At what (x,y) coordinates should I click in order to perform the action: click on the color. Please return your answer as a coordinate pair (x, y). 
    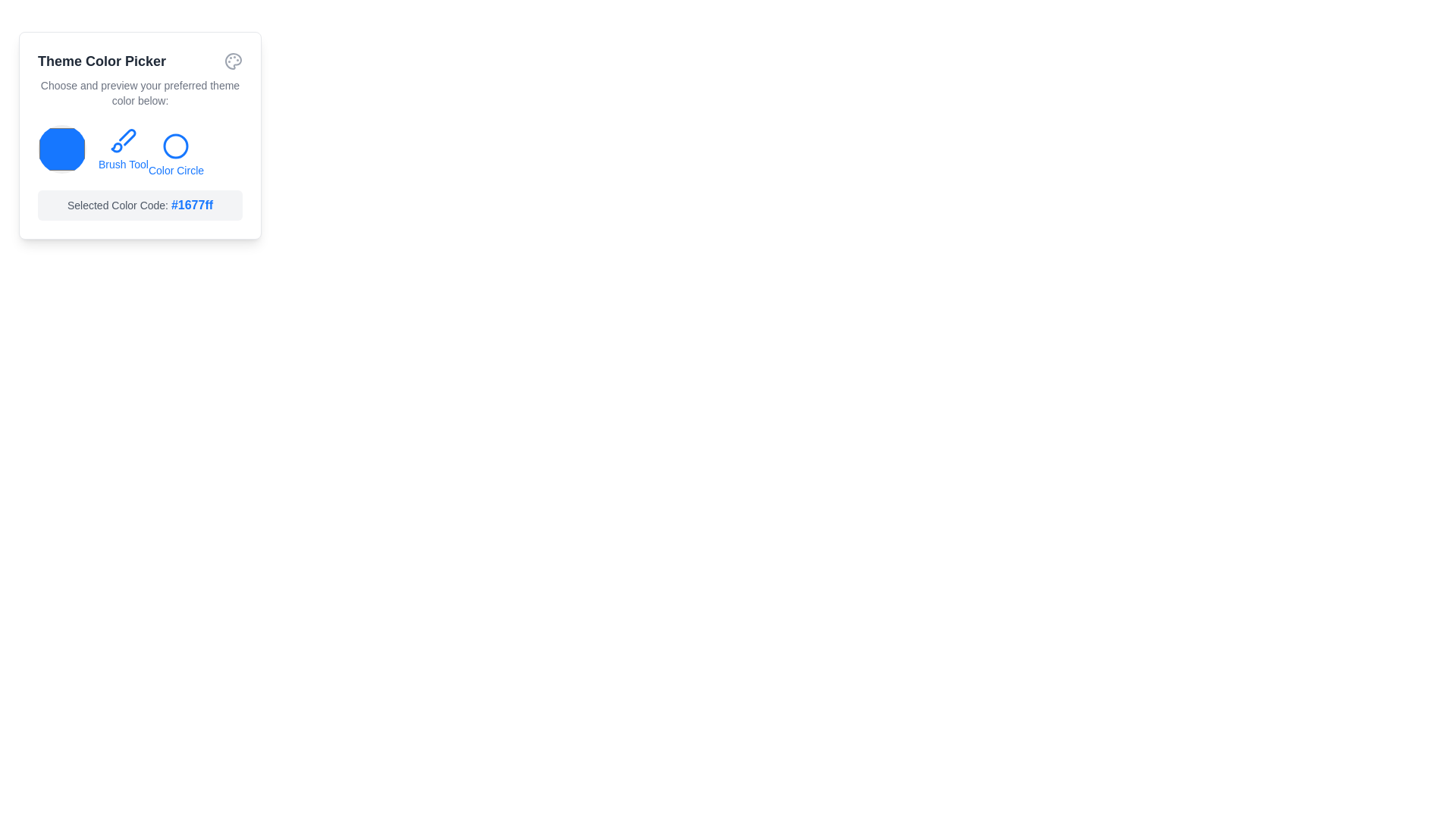
    Looking at the image, I should click on (61, 149).